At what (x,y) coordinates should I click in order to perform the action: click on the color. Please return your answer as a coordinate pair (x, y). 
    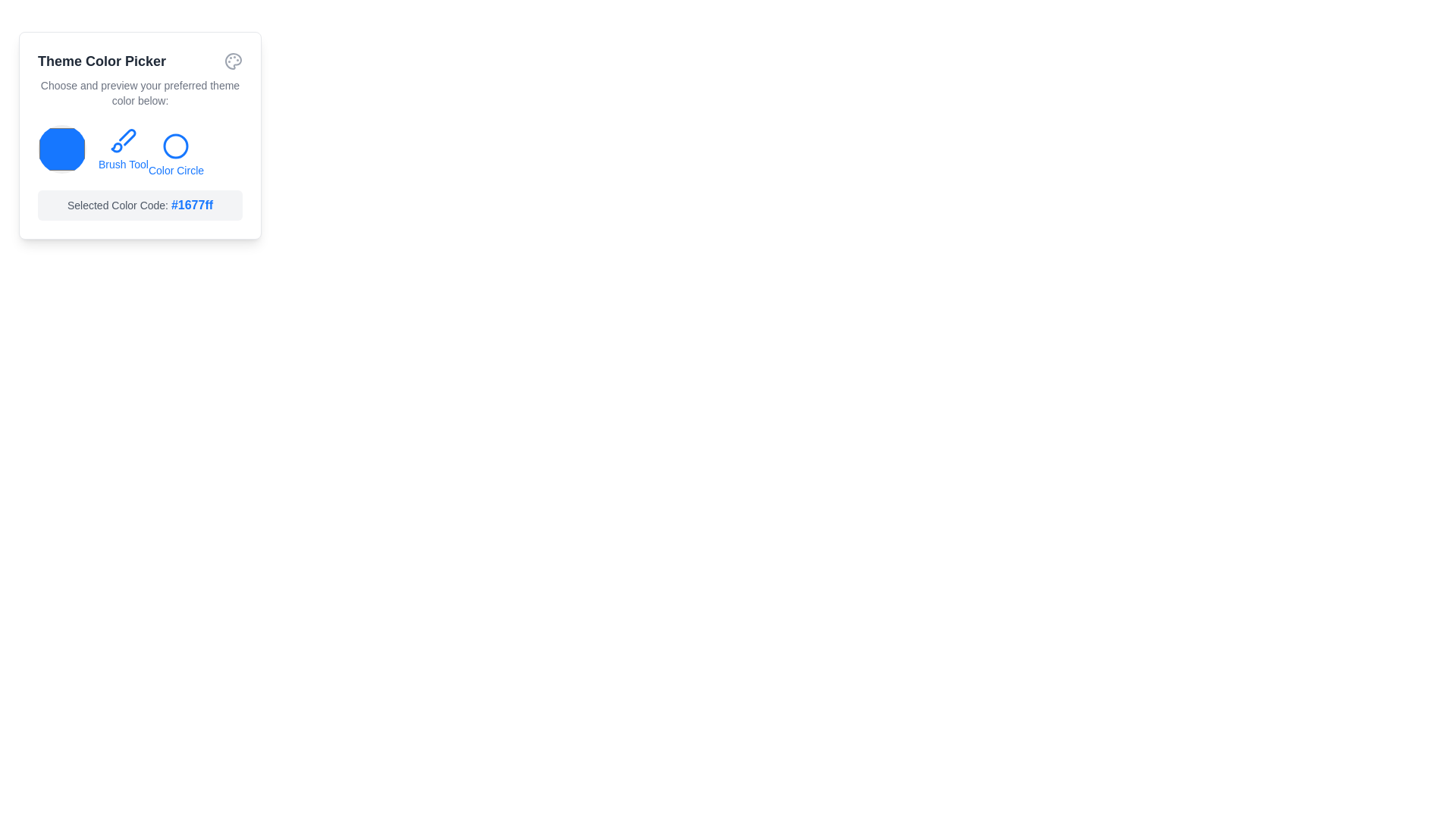
    Looking at the image, I should click on (61, 149).